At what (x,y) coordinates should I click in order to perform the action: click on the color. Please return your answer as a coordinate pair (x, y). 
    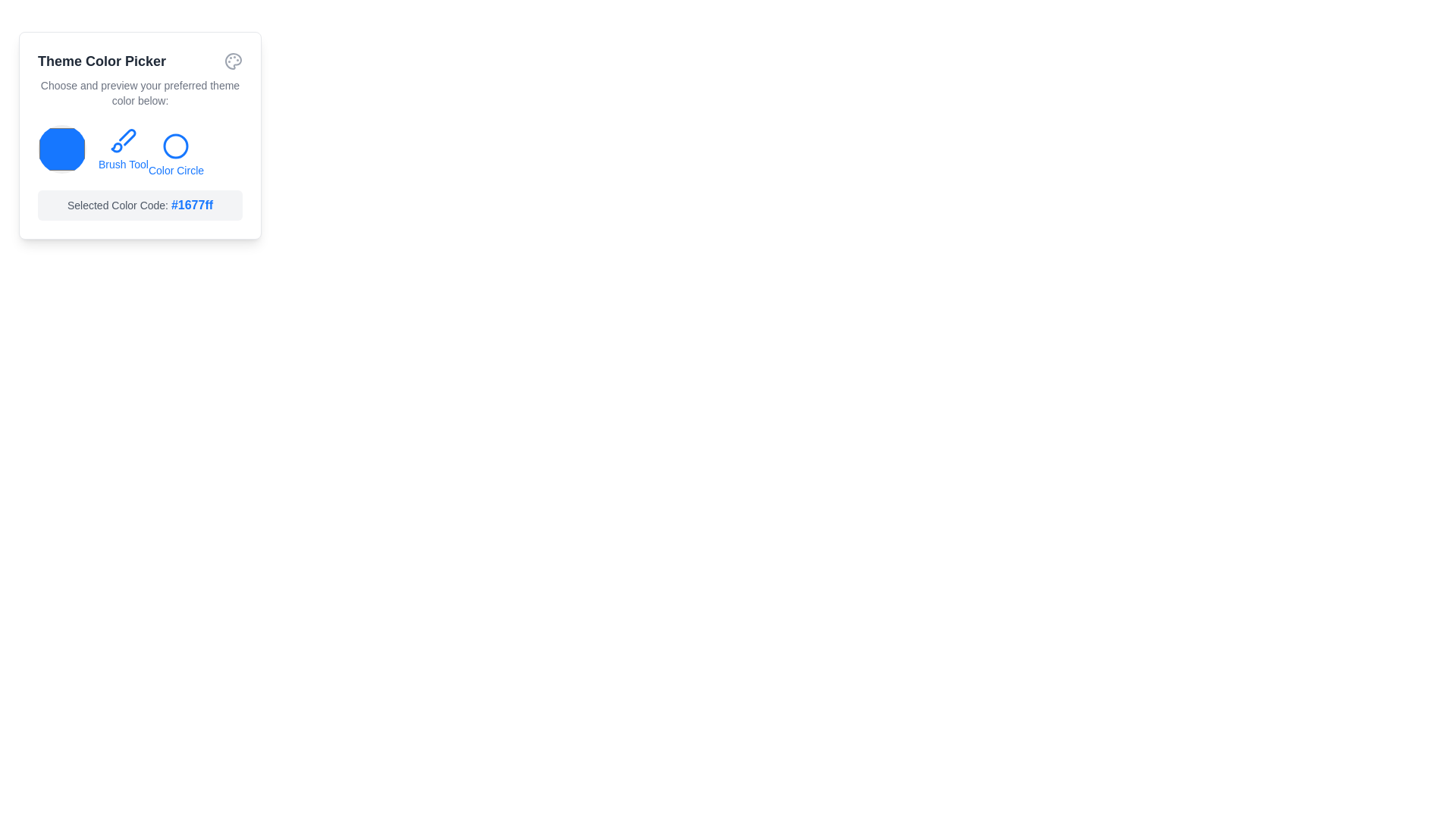
    Looking at the image, I should click on (61, 149).